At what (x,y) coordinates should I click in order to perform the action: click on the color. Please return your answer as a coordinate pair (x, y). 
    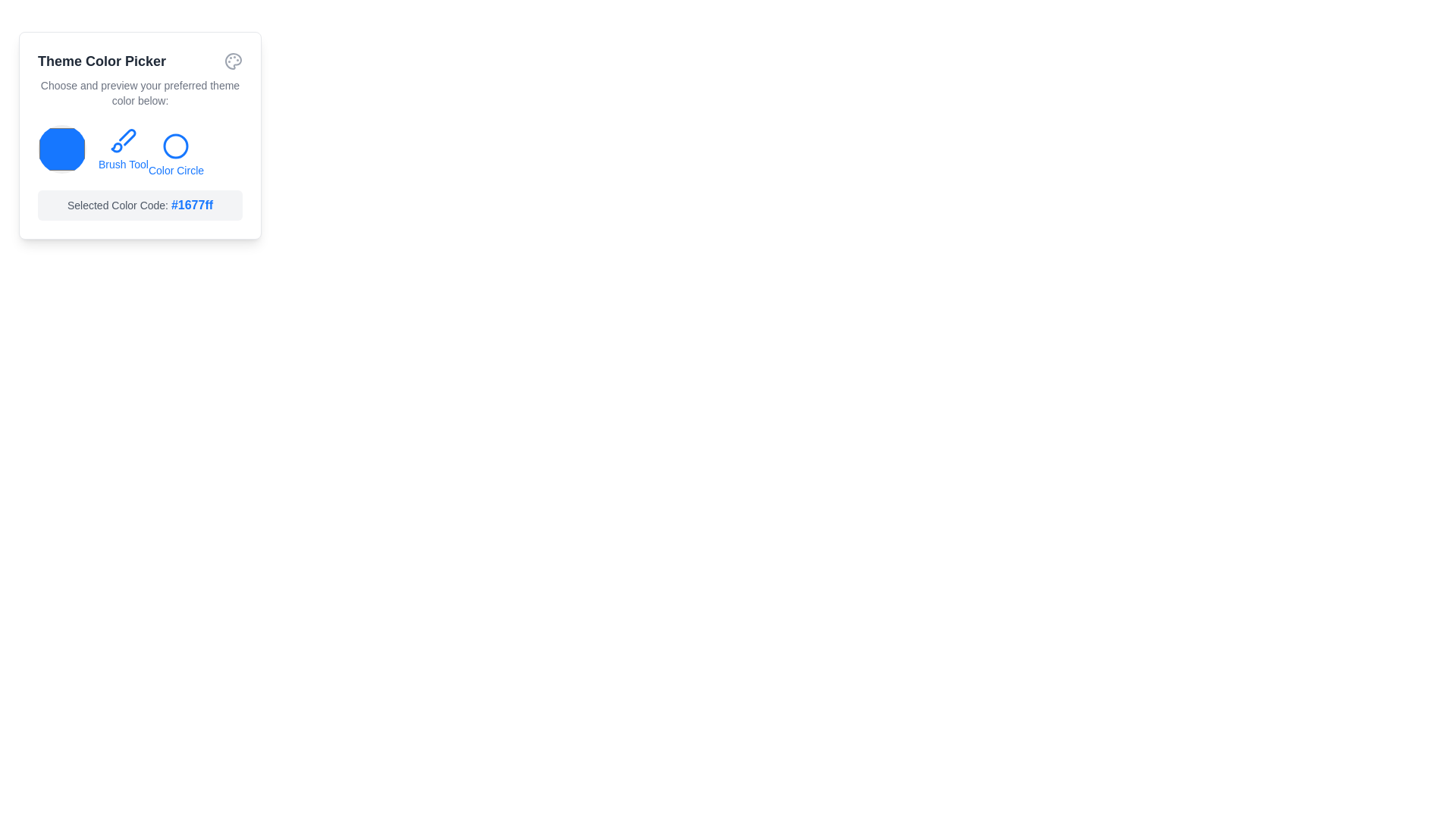
    Looking at the image, I should click on (61, 149).